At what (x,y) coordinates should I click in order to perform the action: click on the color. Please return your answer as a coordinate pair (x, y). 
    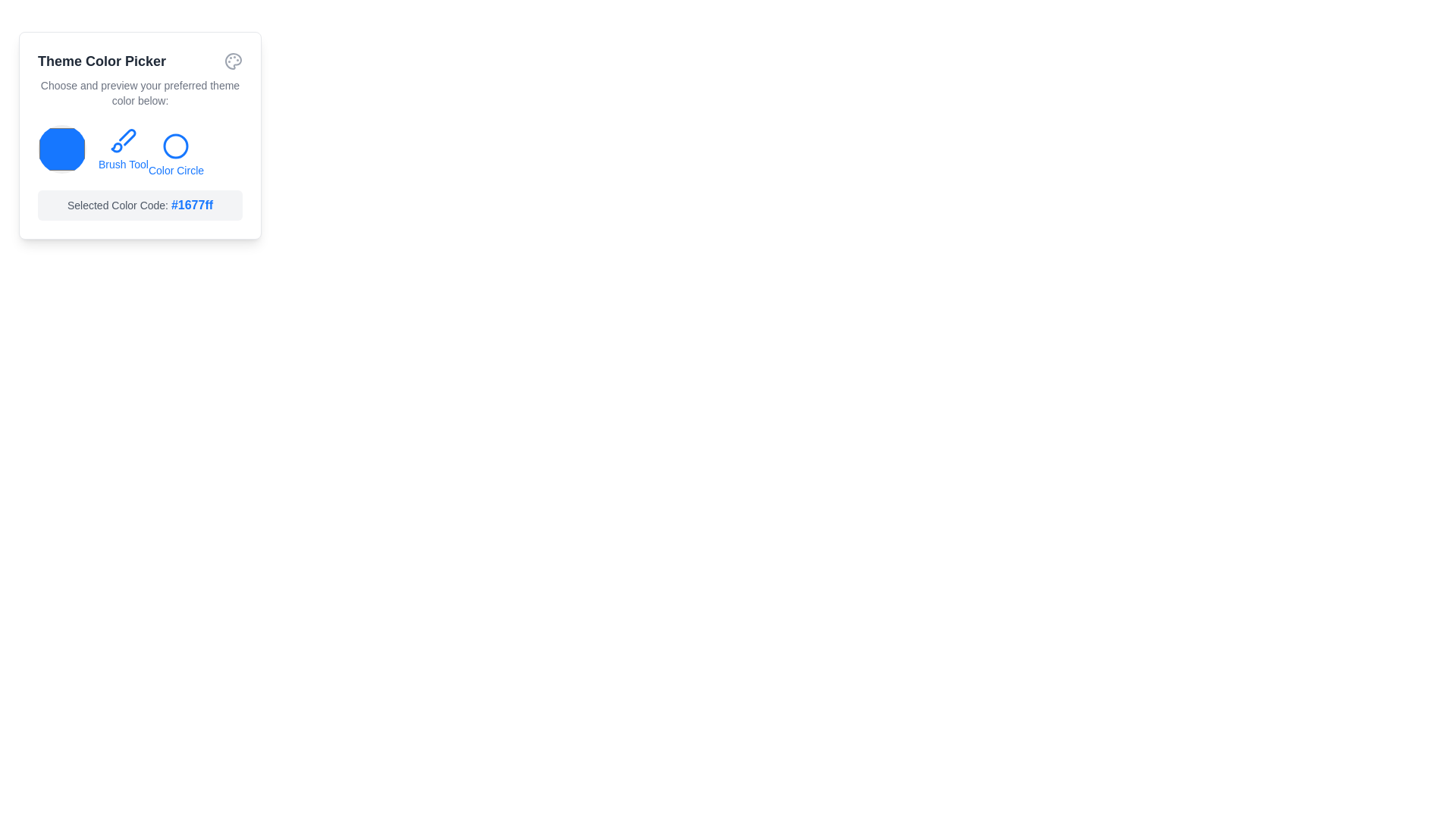
    Looking at the image, I should click on (61, 149).